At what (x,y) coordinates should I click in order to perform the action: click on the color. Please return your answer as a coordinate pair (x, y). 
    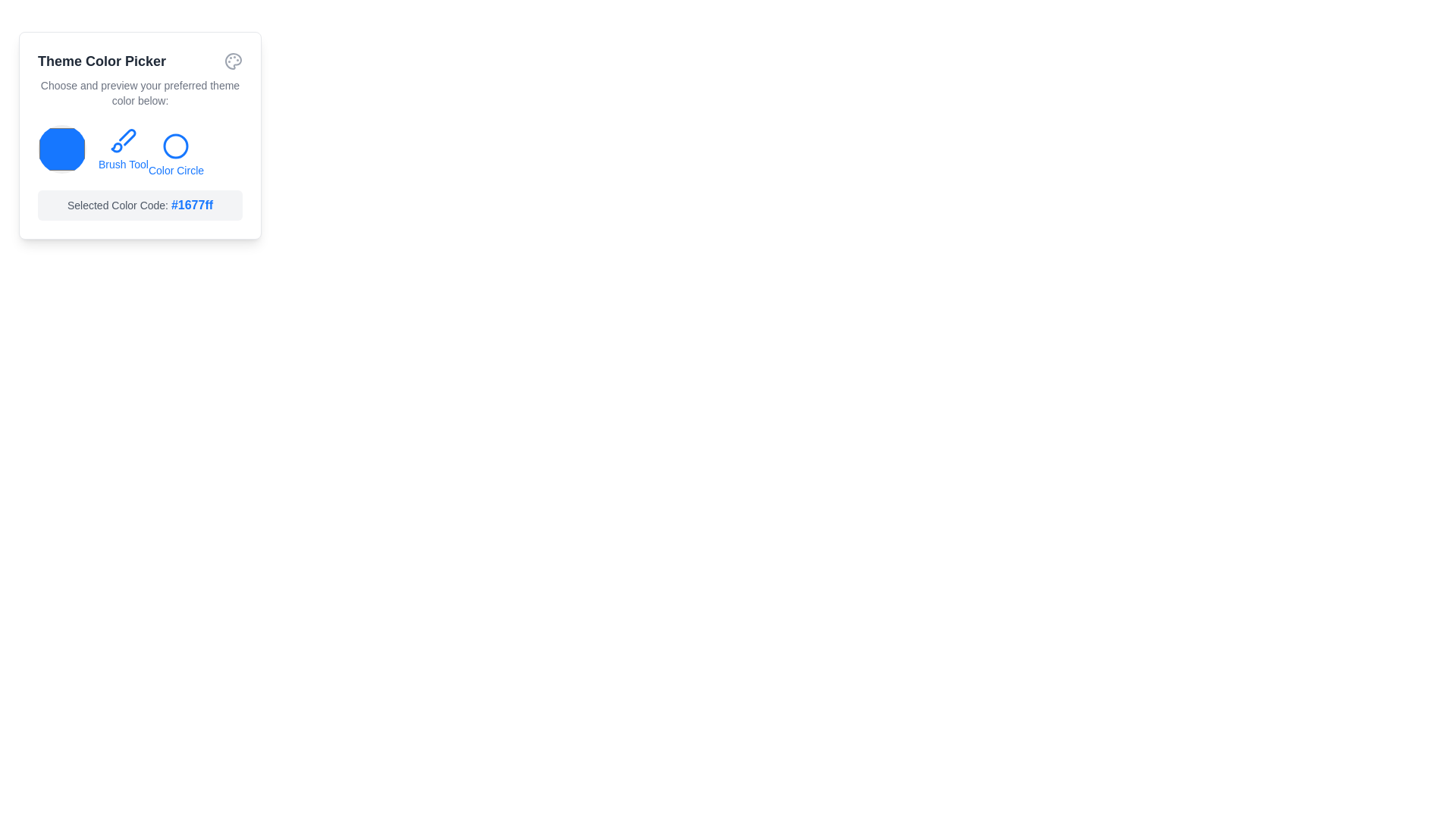
    Looking at the image, I should click on (61, 149).